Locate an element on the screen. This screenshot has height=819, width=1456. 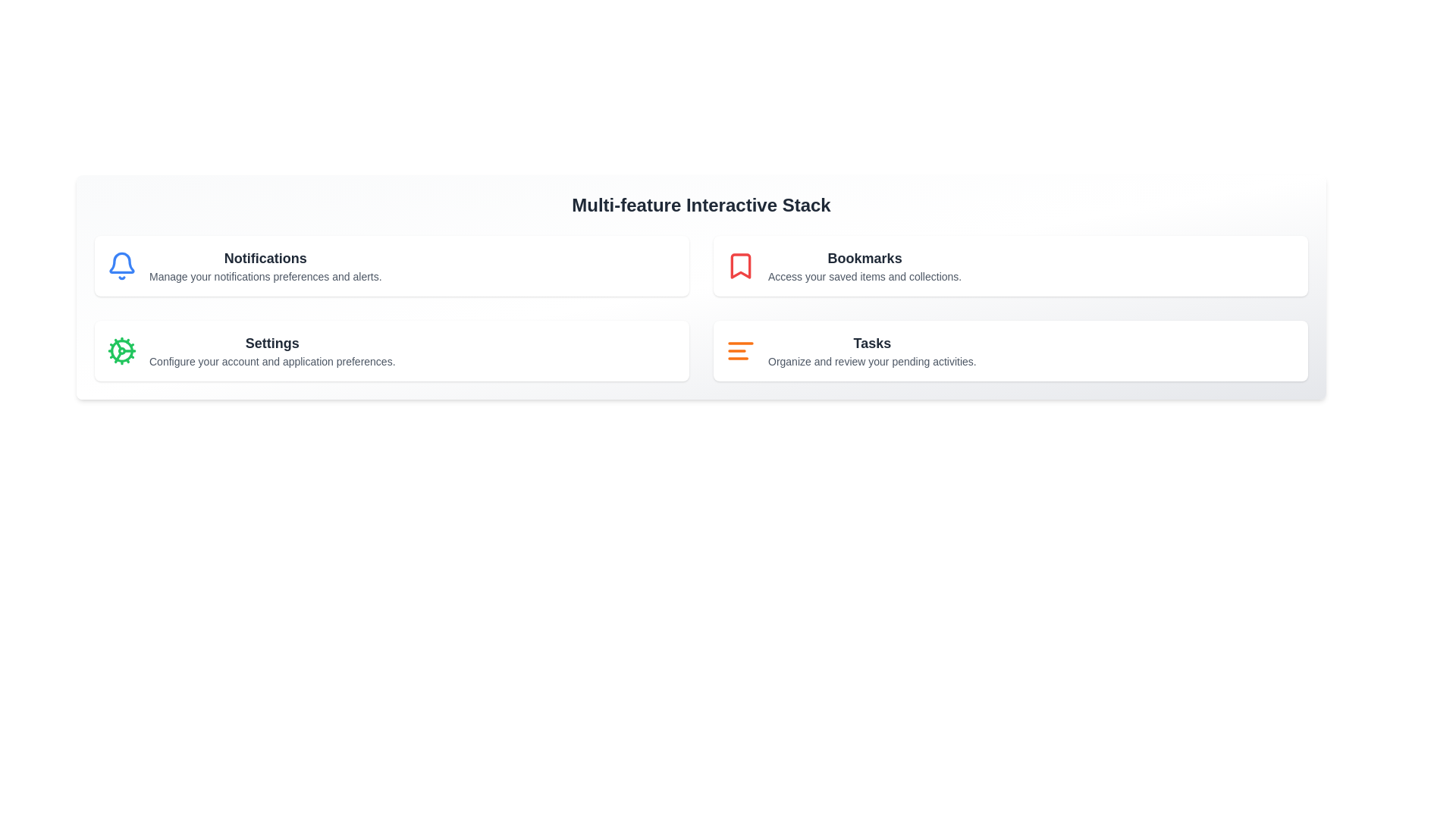
the bold text label 'Bookmarks' located in the top-right quadrant of the user interface, which is styled in a larger font size and a slightly darker tint of gray is located at coordinates (864, 257).